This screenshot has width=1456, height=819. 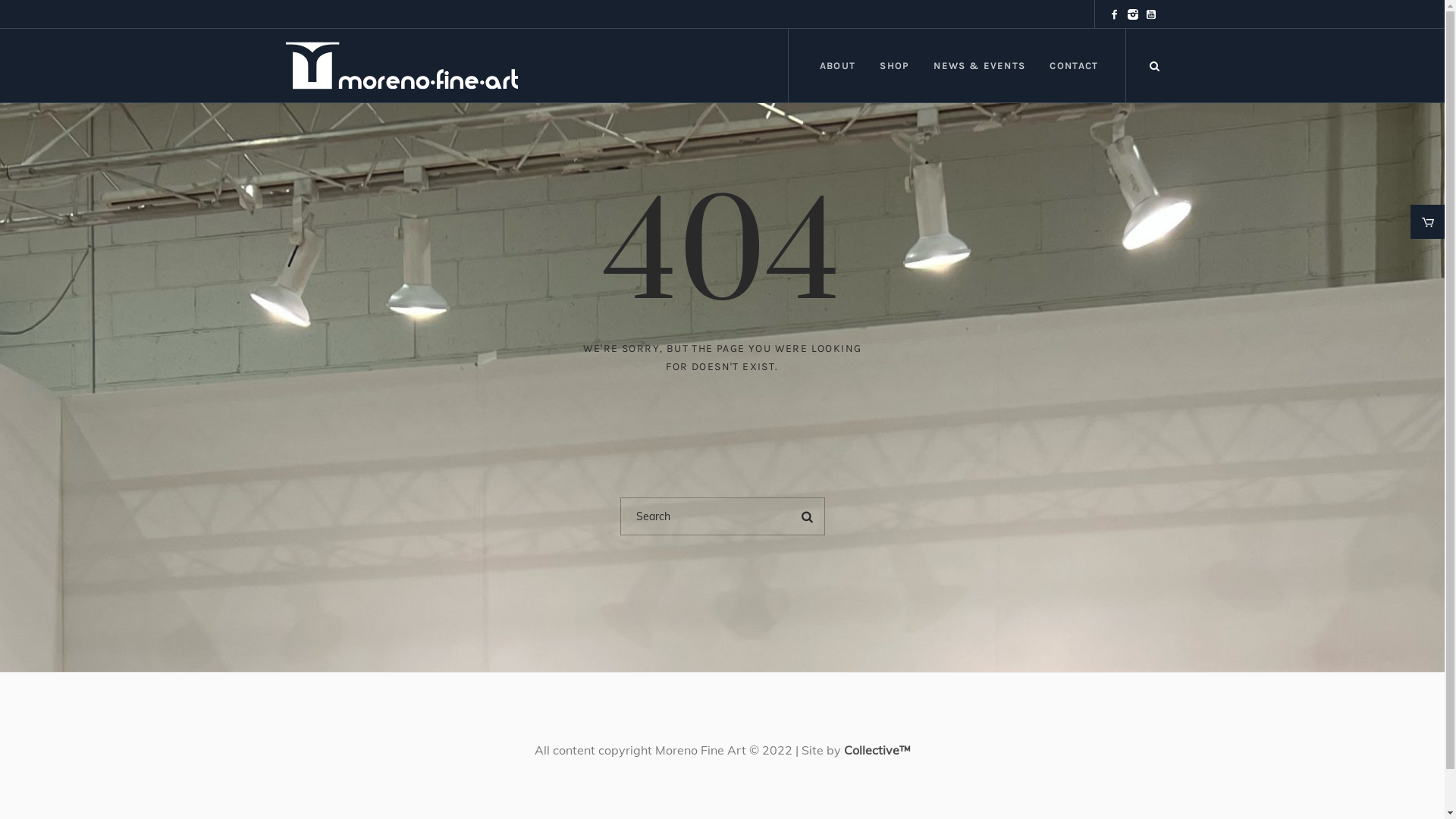 What do you see at coordinates (807, 64) in the screenshot?
I see `'ABOUT'` at bounding box center [807, 64].